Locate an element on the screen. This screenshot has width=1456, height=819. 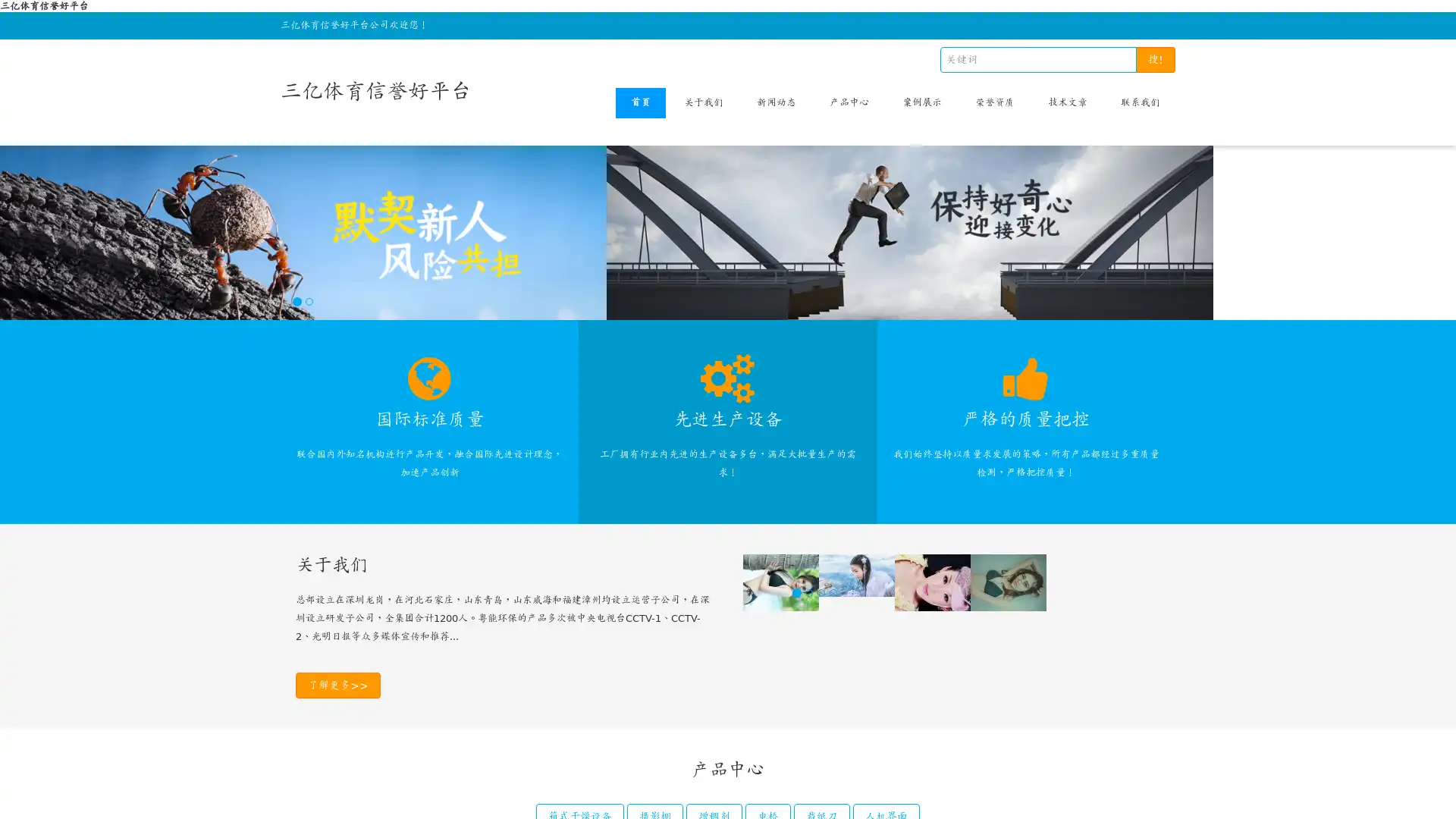
! is located at coordinates (1155, 58).